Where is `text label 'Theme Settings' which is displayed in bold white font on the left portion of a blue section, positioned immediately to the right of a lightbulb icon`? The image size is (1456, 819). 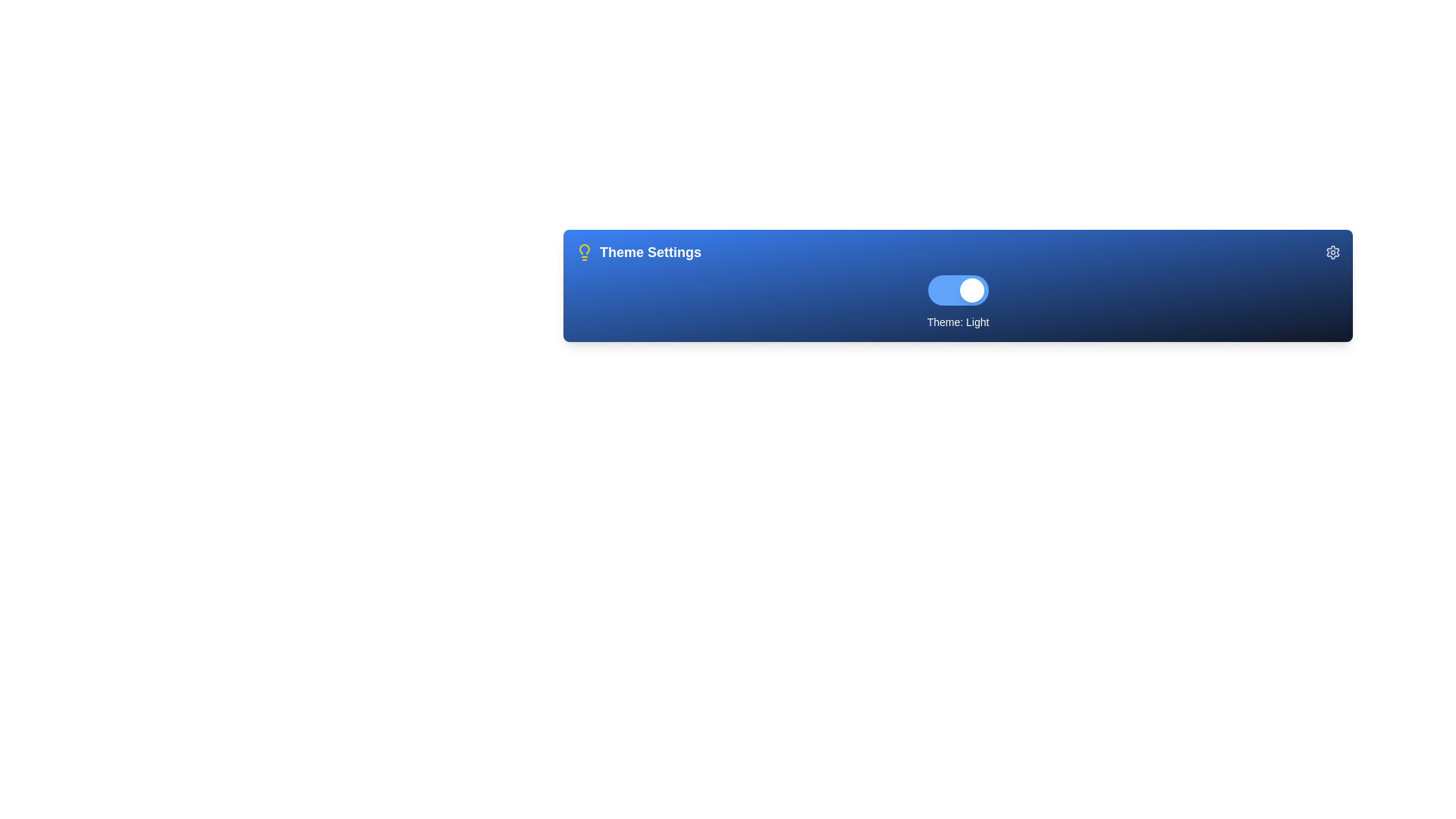 text label 'Theme Settings' which is displayed in bold white font on the left portion of a blue section, positioned immediately to the right of a lightbulb icon is located at coordinates (651, 251).